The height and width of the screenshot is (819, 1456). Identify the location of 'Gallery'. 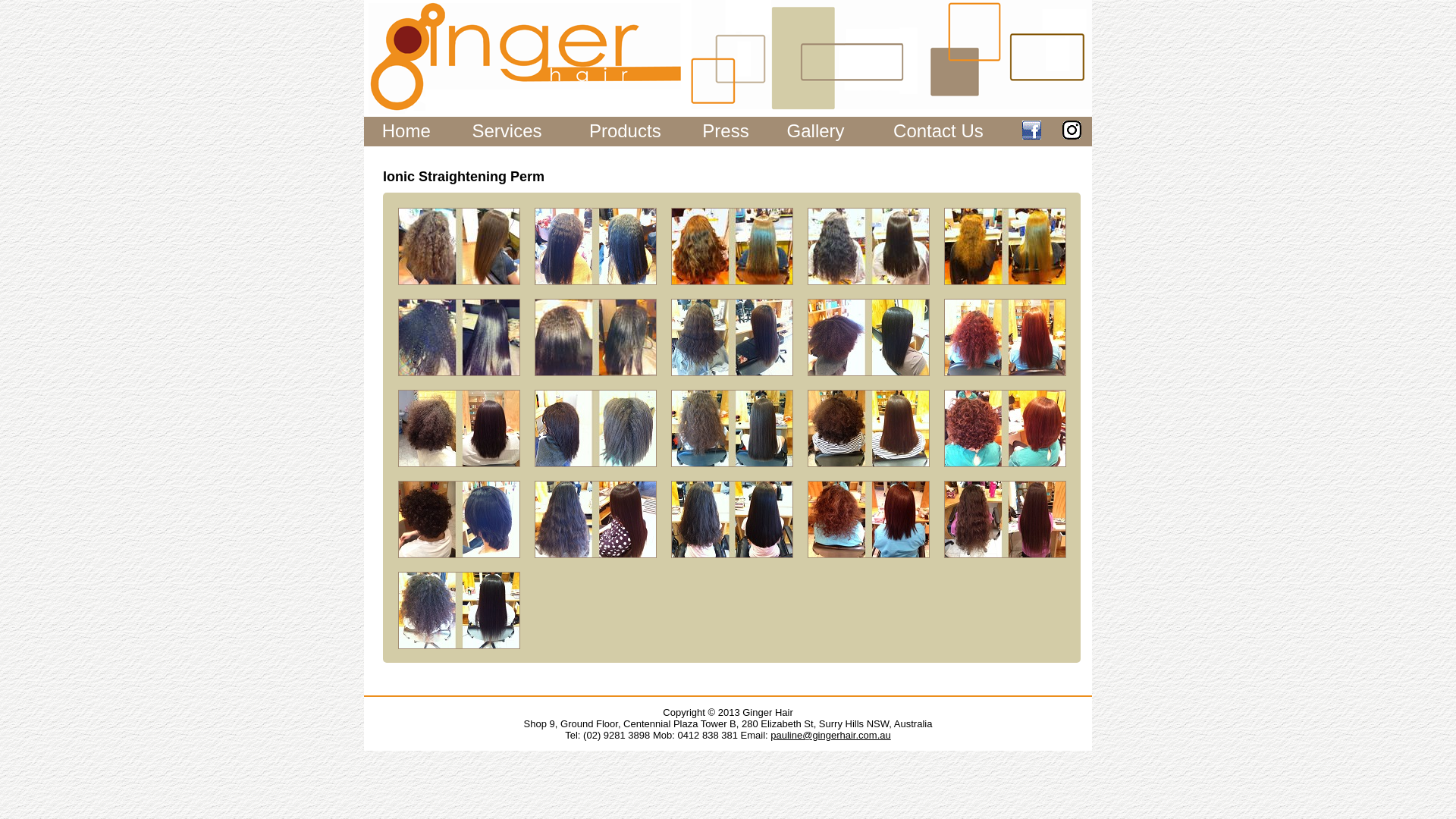
(814, 130).